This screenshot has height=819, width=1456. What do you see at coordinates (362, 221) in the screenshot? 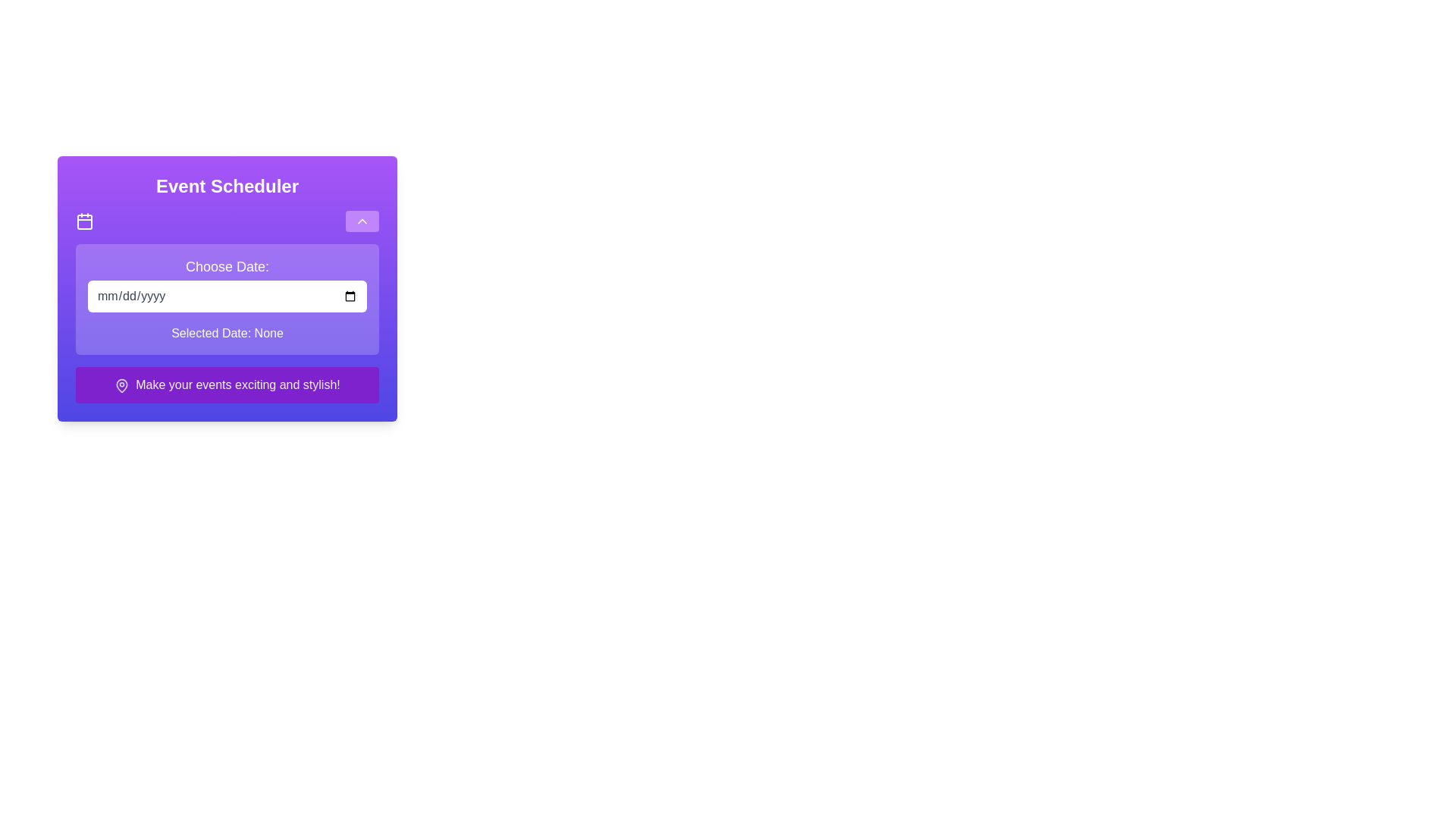
I see `the upward-pointing chevron icon located within the purple rectangular button at the top-right corner of the 'Event Scheduler' card to initiate its function` at bounding box center [362, 221].